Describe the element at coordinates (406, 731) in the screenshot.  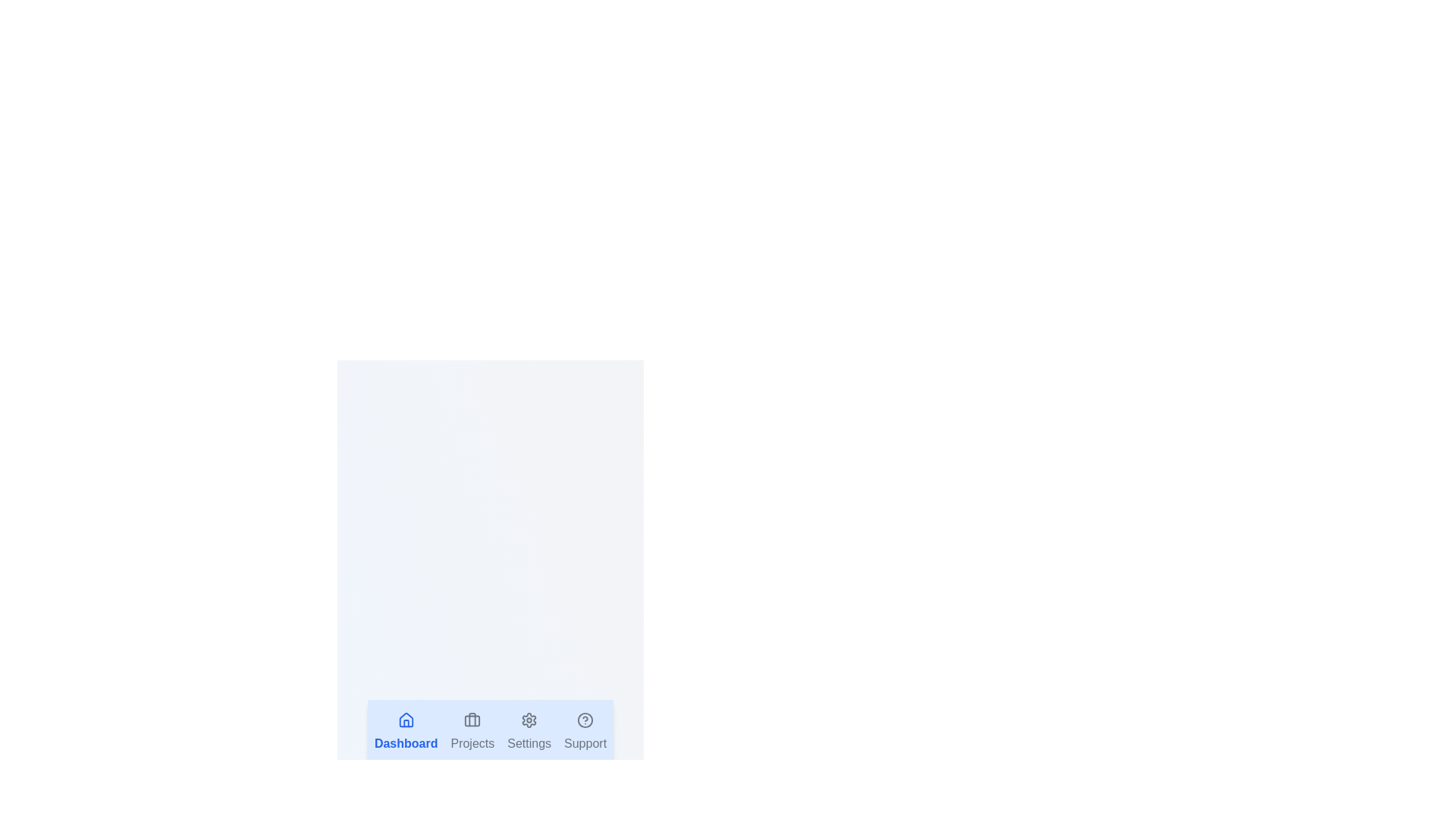
I see `the tab labeled Dashboard` at that location.